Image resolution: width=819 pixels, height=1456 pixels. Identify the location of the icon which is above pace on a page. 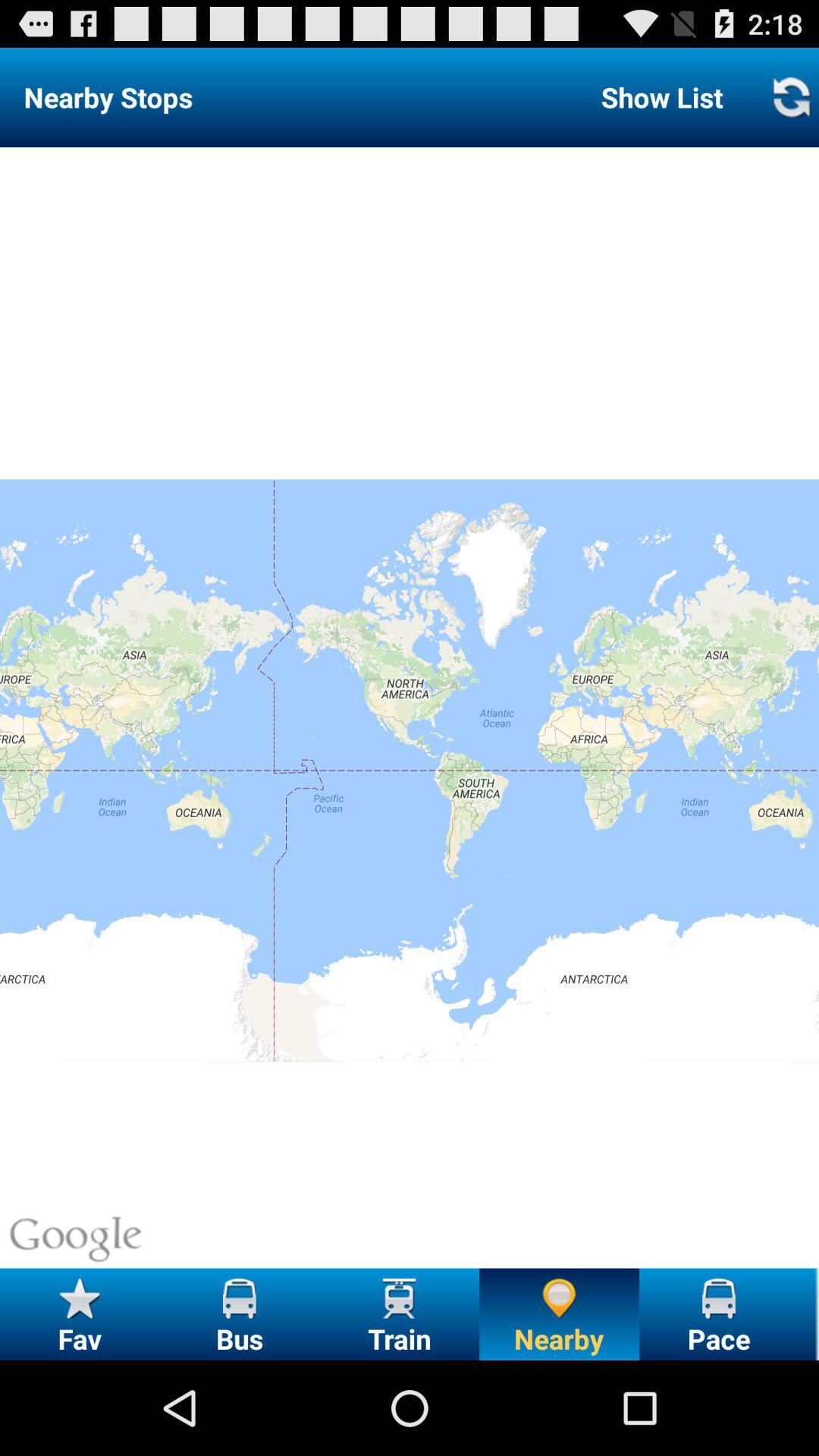
(718, 1298).